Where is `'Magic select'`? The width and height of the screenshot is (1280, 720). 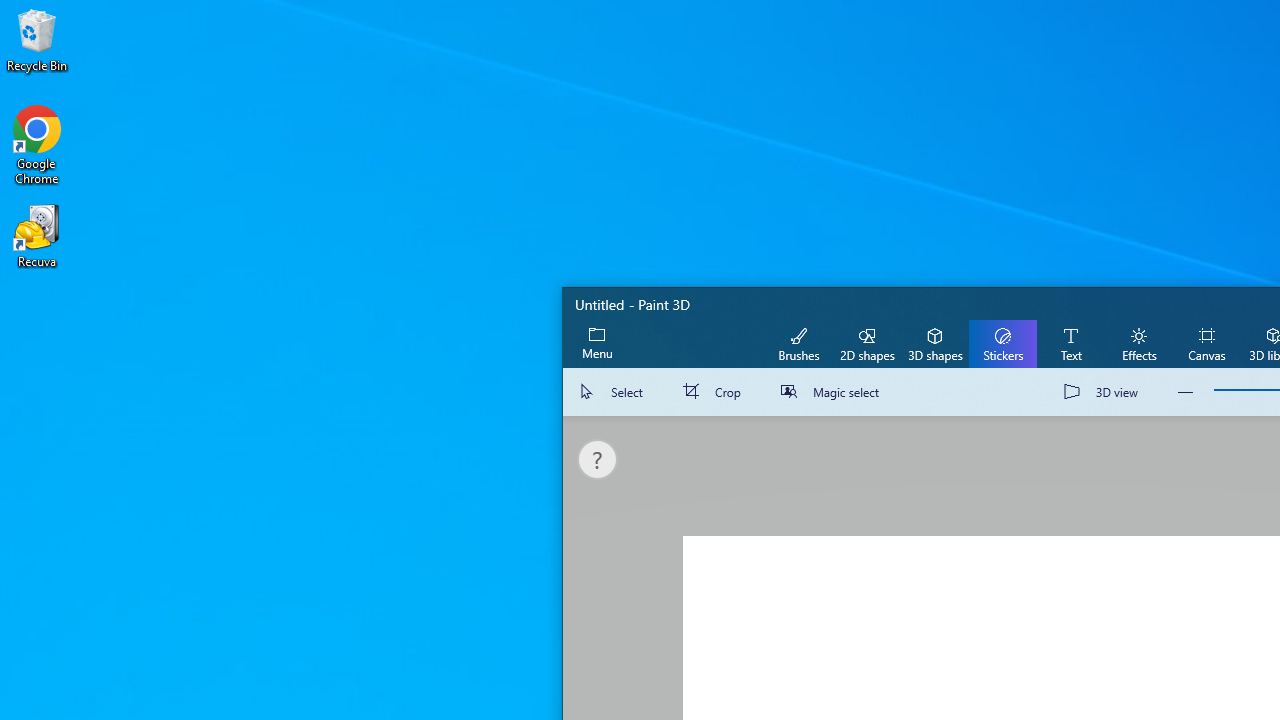 'Magic select' is located at coordinates (833, 392).